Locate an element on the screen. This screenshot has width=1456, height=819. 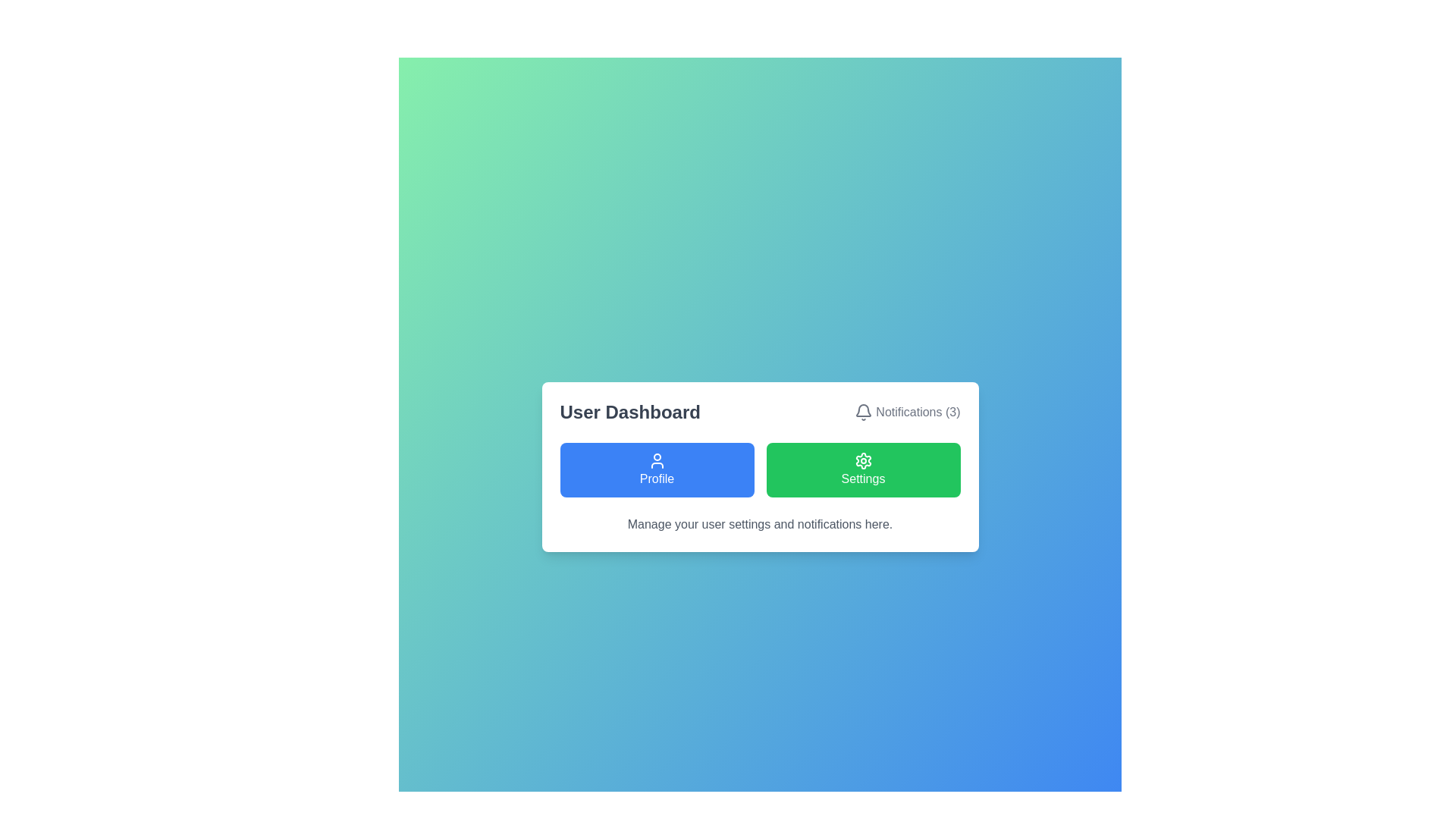
the cog icon with a rounded gear design, which is rendered in white on a green background and is centrally aligned within the green 'Settings' button is located at coordinates (863, 460).